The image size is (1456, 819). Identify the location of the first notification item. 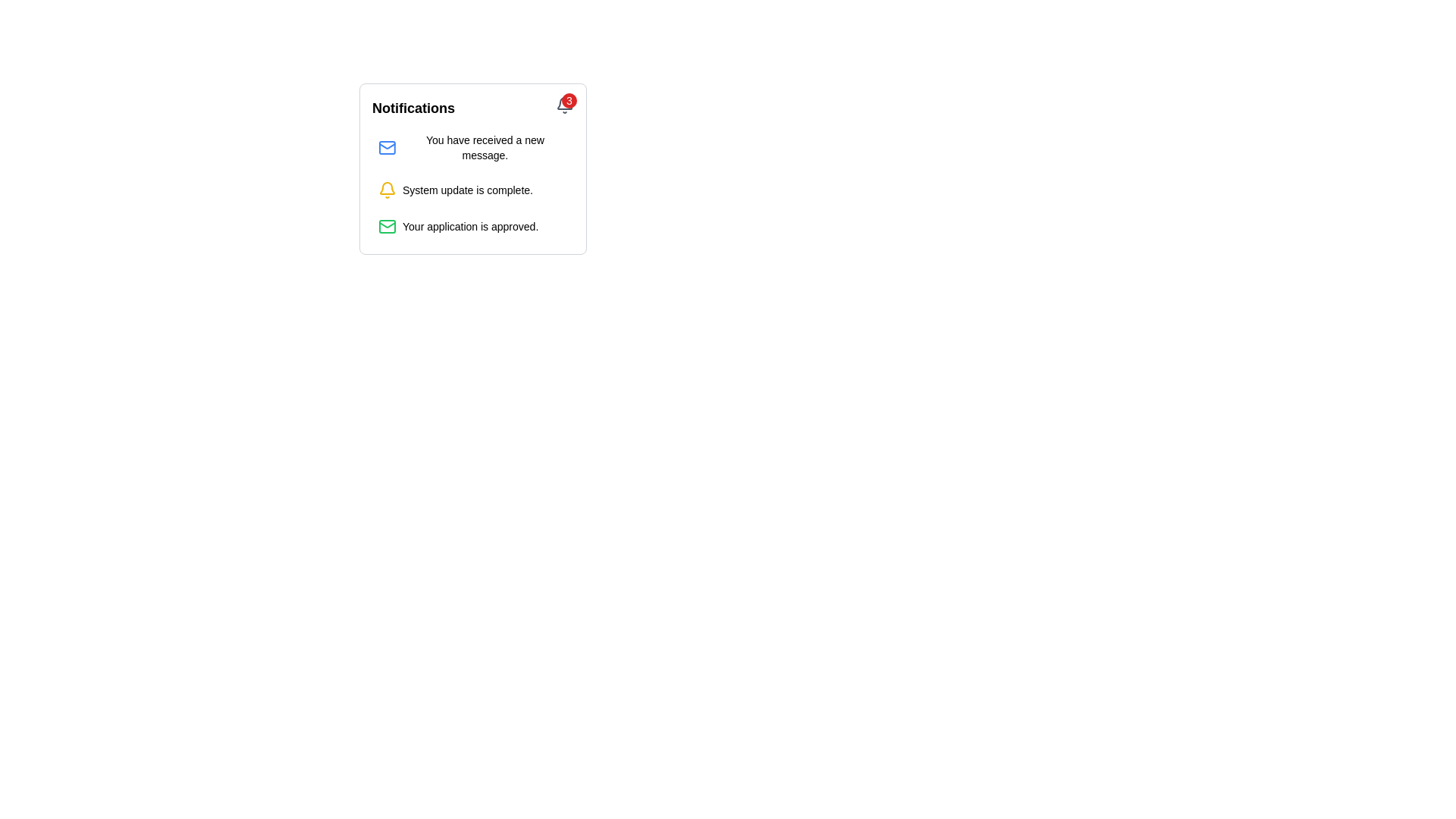
(472, 148).